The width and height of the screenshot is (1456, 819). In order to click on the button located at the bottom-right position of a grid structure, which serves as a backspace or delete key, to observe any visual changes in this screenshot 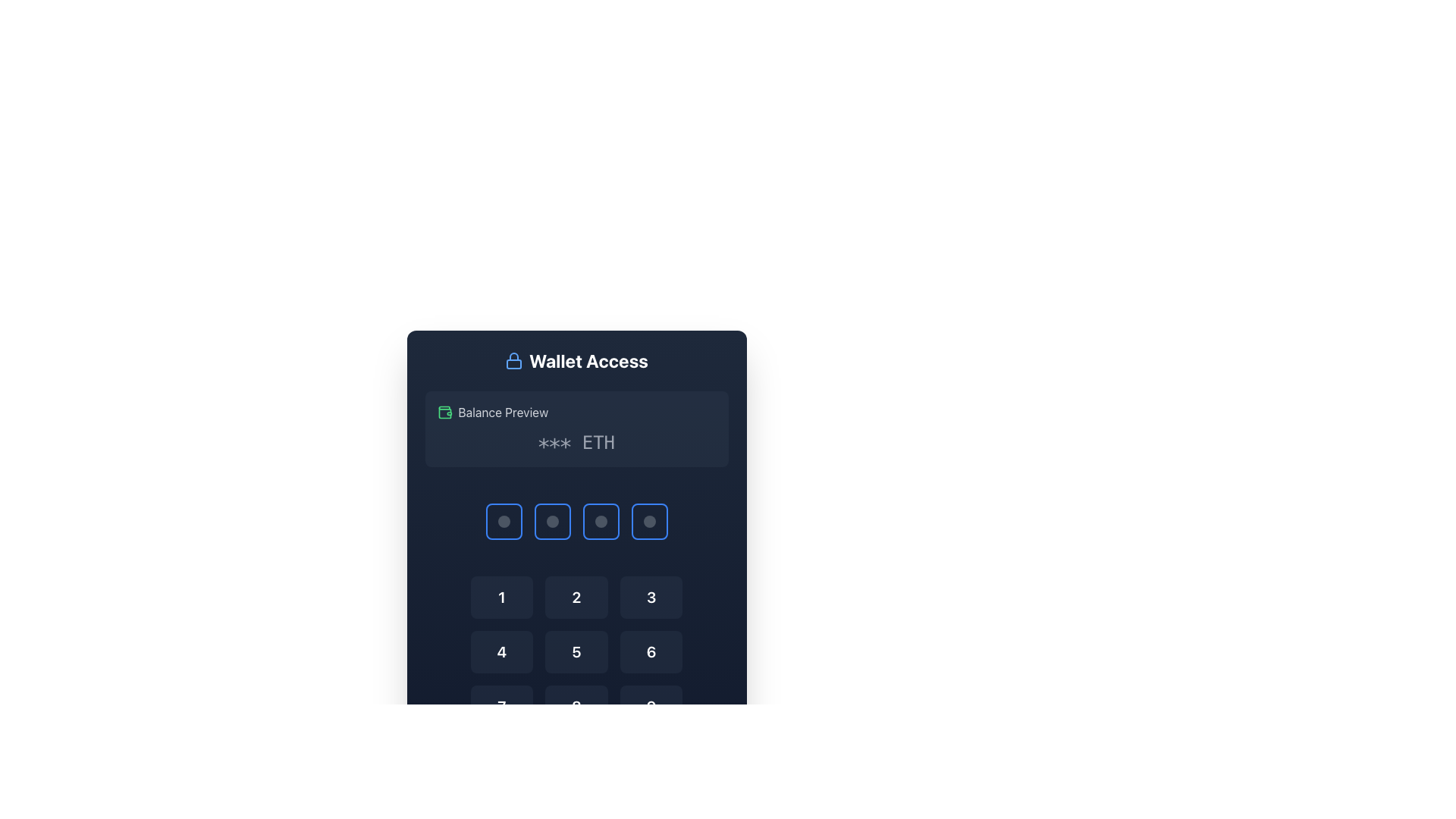, I will do `click(651, 761)`.